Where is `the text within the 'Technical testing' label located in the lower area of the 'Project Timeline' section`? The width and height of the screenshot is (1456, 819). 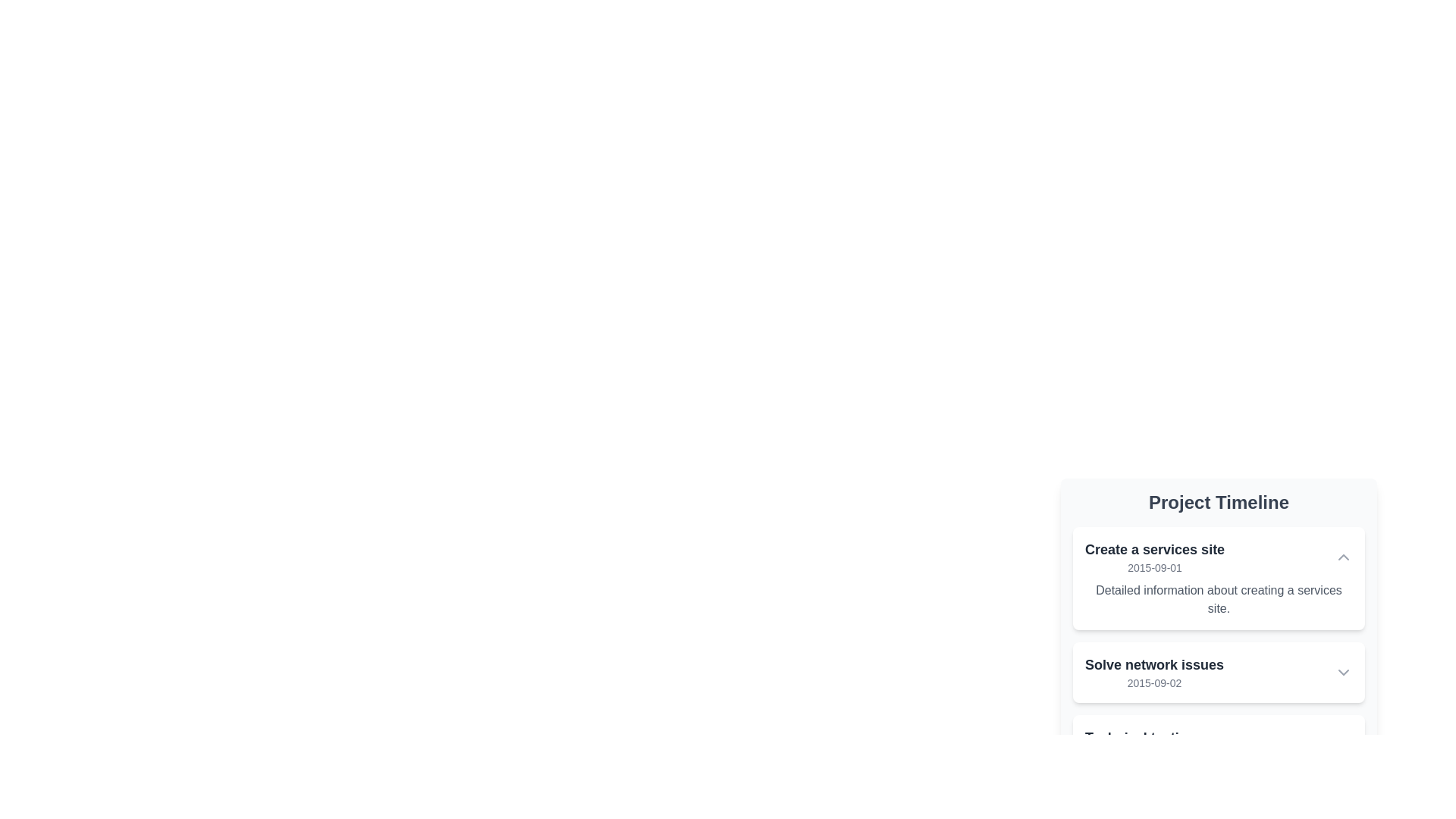 the text within the 'Technical testing' label located in the lower area of the 'Project Timeline' section is located at coordinates (1140, 736).